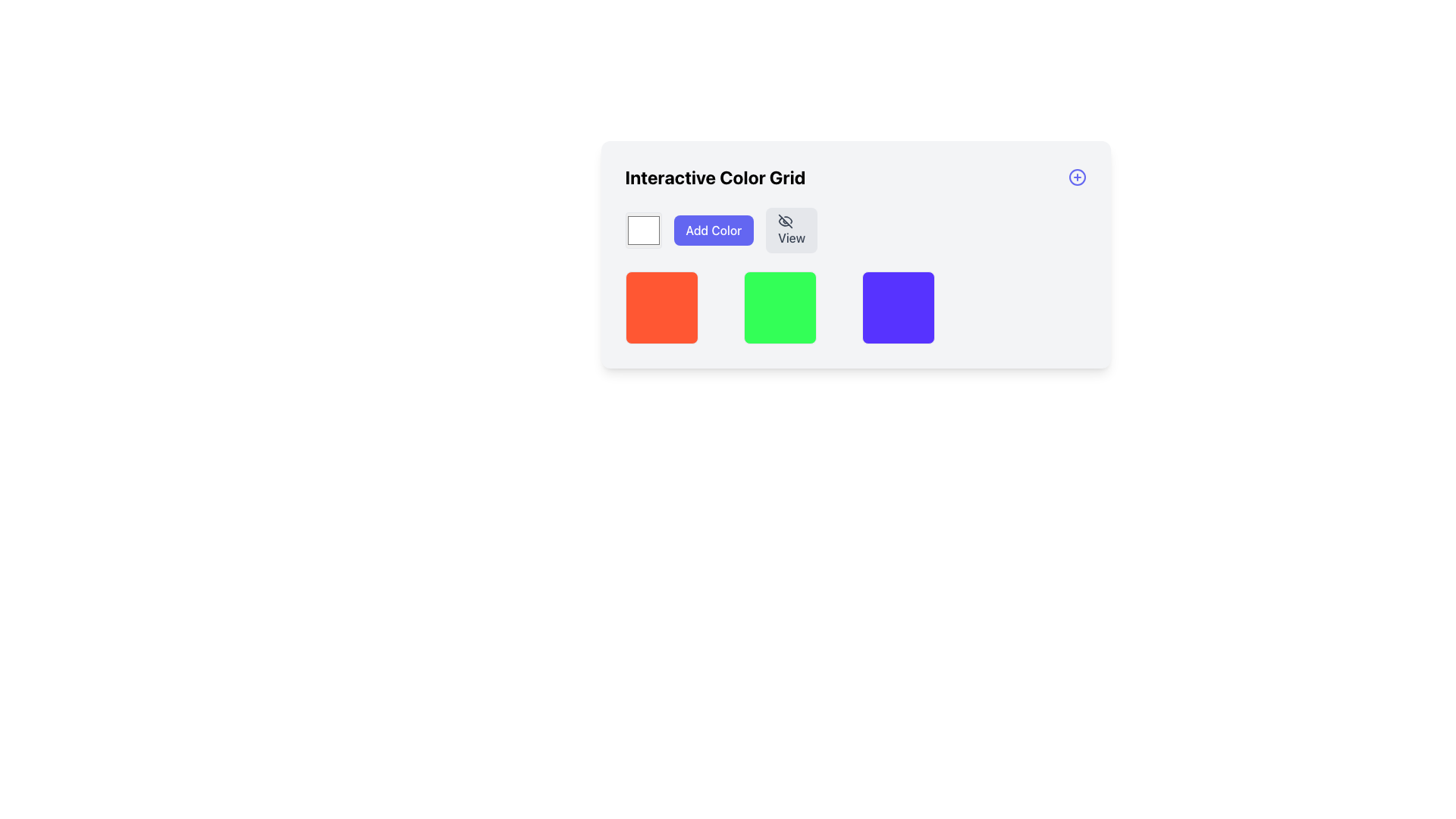 This screenshot has height=819, width=1456. Describe the element at coordinates (791, 231) in the screenshot. I see `the 'View' button with a gray background and an eye icon` at that location.